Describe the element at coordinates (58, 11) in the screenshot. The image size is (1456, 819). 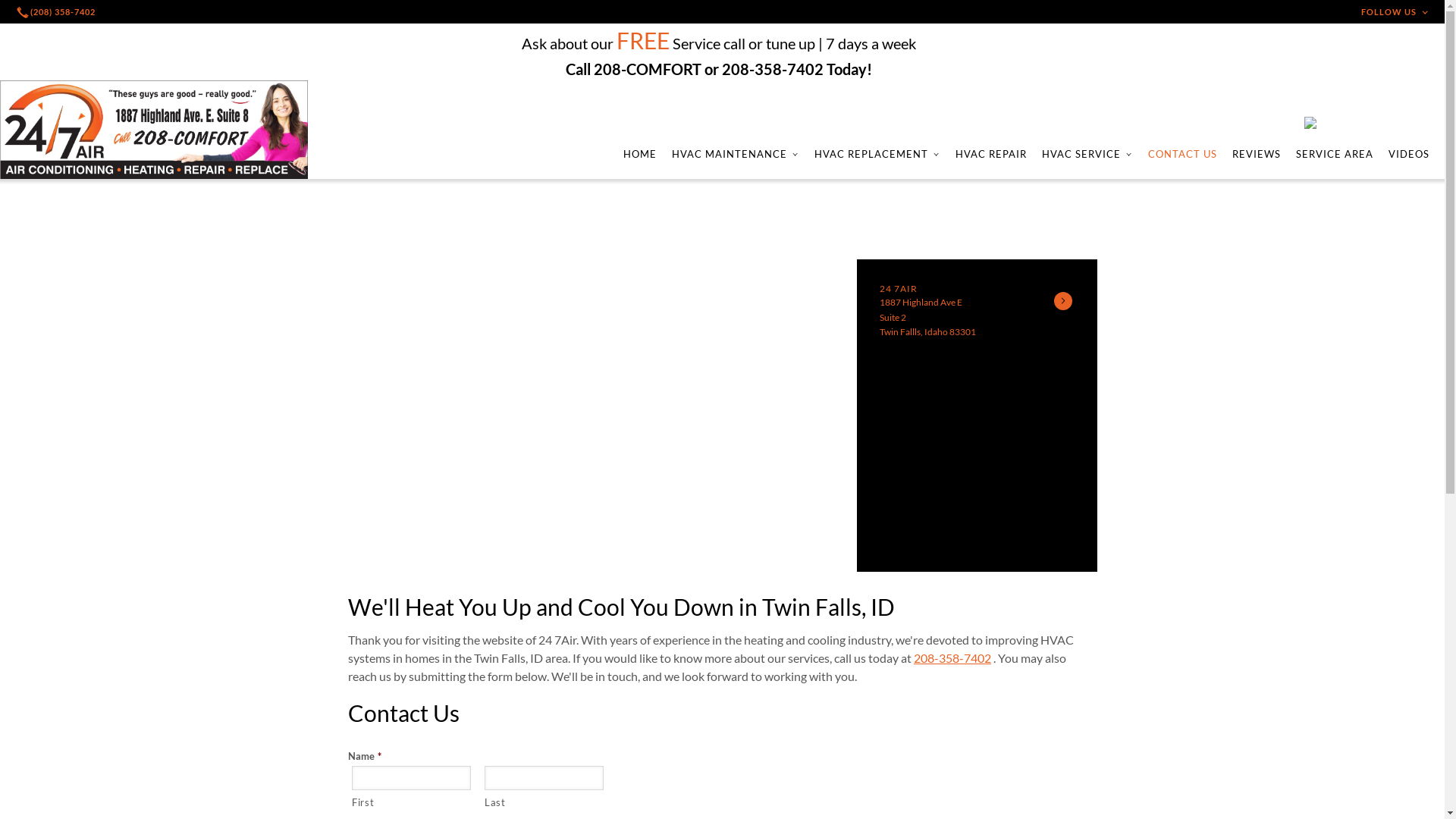
I see `'(208) 358-7402'` at that location.